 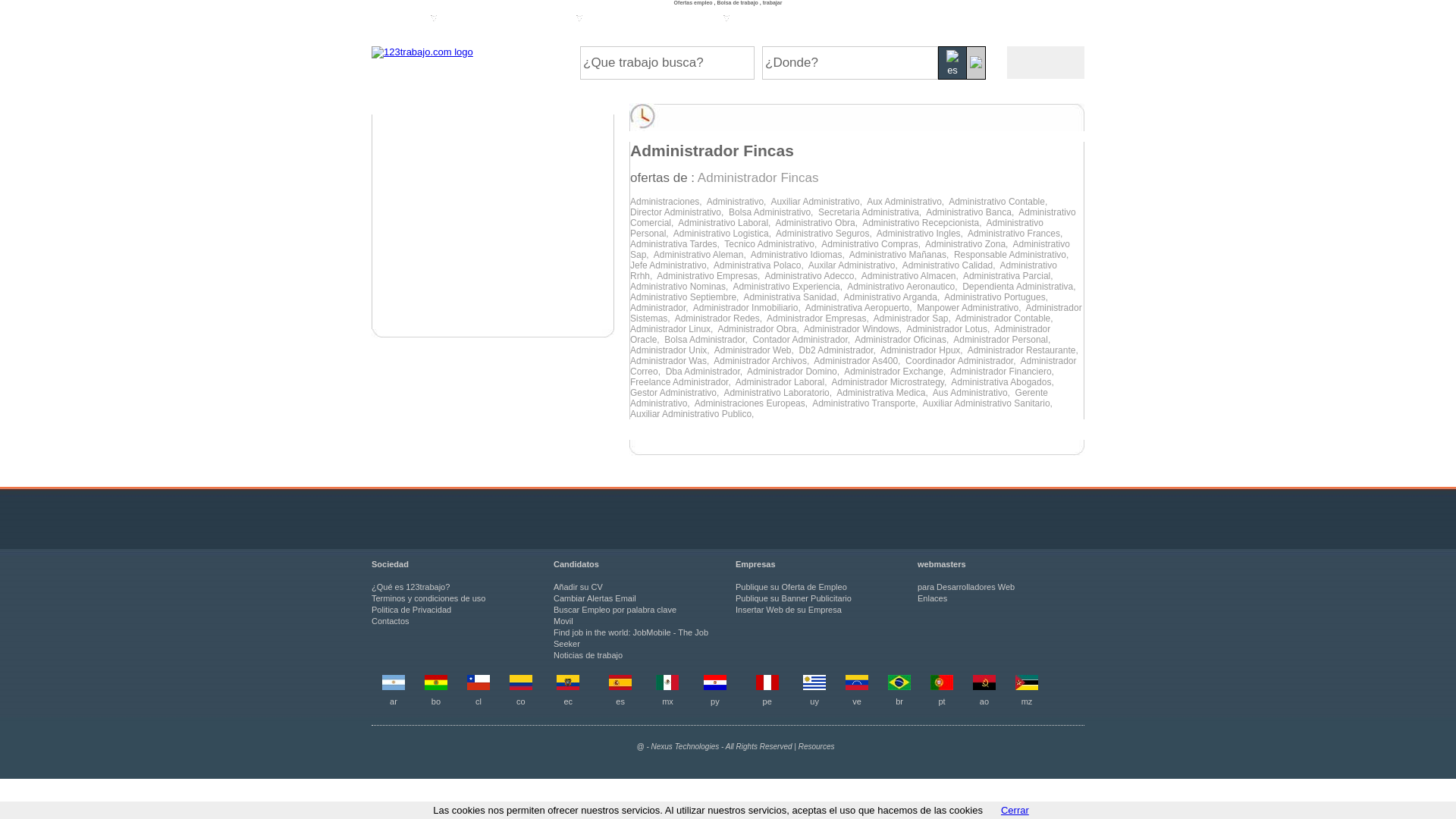 I want to click on 'ec', so click(x=566, y=701).